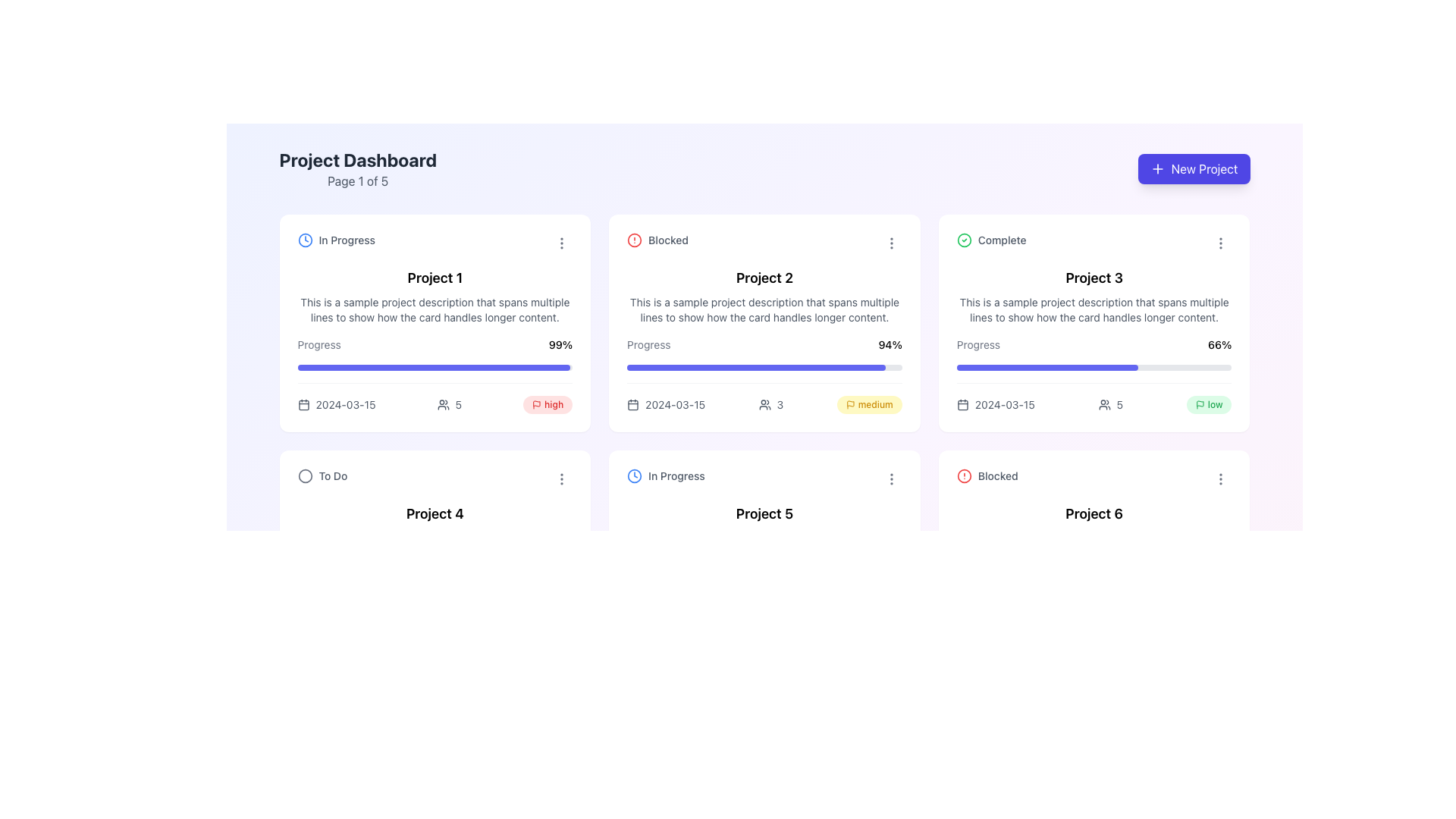 This screenshot has height=819, width=1456. I want to click on the rectangular decorative element within the calendar icon located in the top-left card labeled 'Project 2' on the dashboard interface, so click(633, 404).